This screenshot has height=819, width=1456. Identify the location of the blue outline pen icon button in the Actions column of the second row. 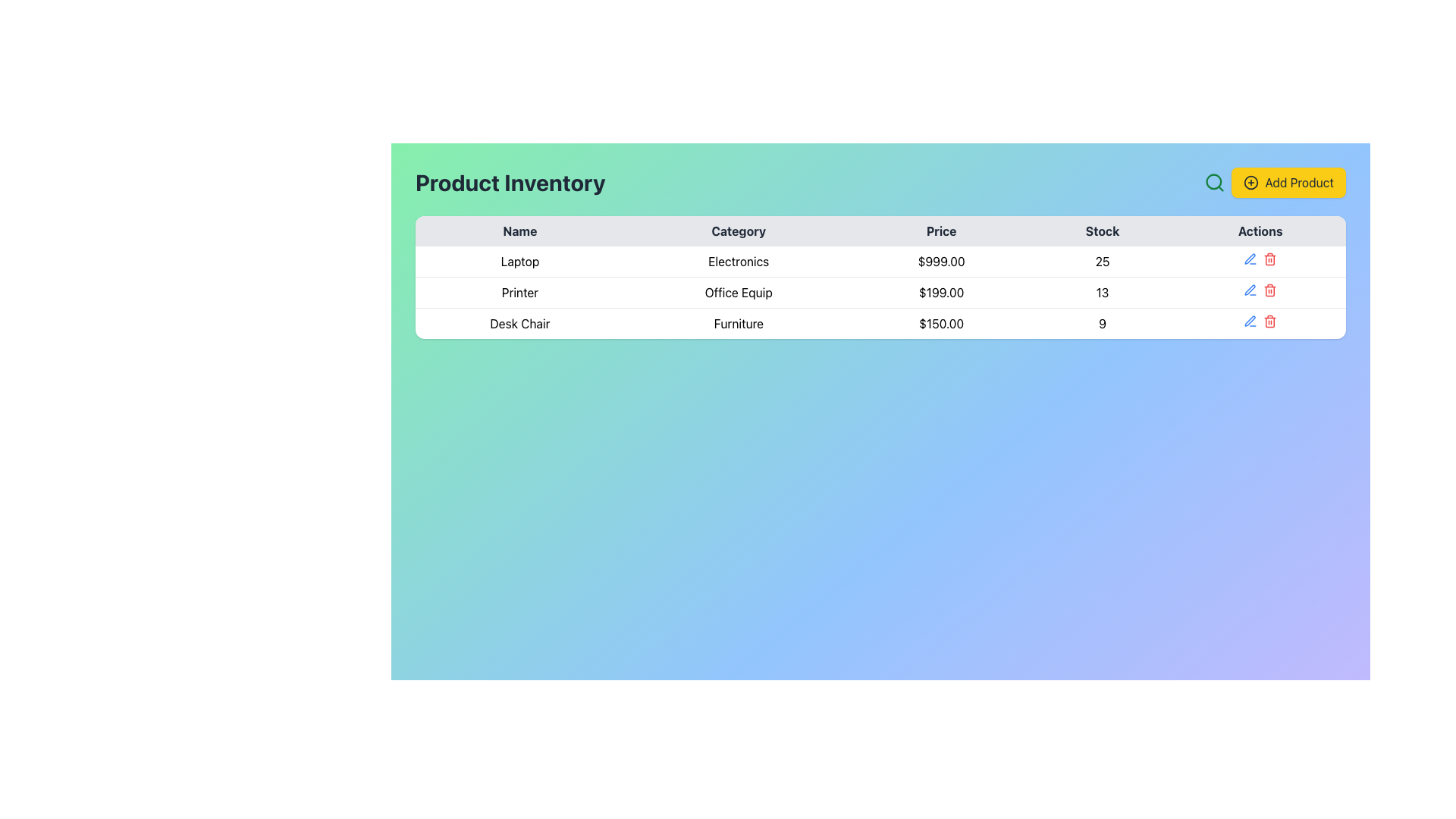
(1250, 259).